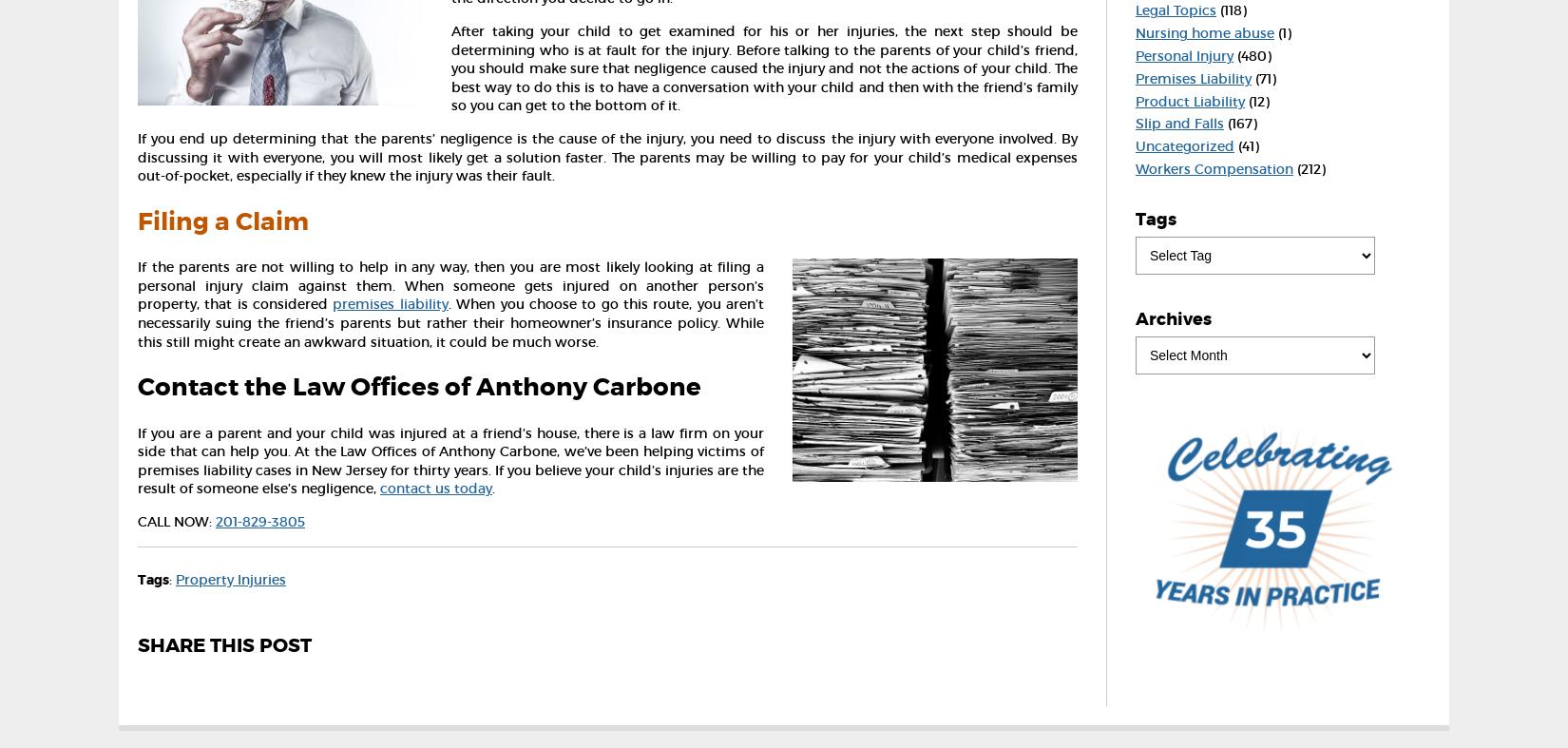 The width and height of the screenshot is (1568, 748). What do you see at coordinates (450, 67) in the screenshot?
I see `'After taking your child to get examined for his or her injuries, the next step should be determining who is at fault for the injury. Before talking to the parents of your child’s friend, you should make sure that negligence caused the injury and not the actions of your child. The best way to do this is to have a conversation with your child and then with the friend’s family so you can get to the bottom of it.'` at bounding box center [450, 67].